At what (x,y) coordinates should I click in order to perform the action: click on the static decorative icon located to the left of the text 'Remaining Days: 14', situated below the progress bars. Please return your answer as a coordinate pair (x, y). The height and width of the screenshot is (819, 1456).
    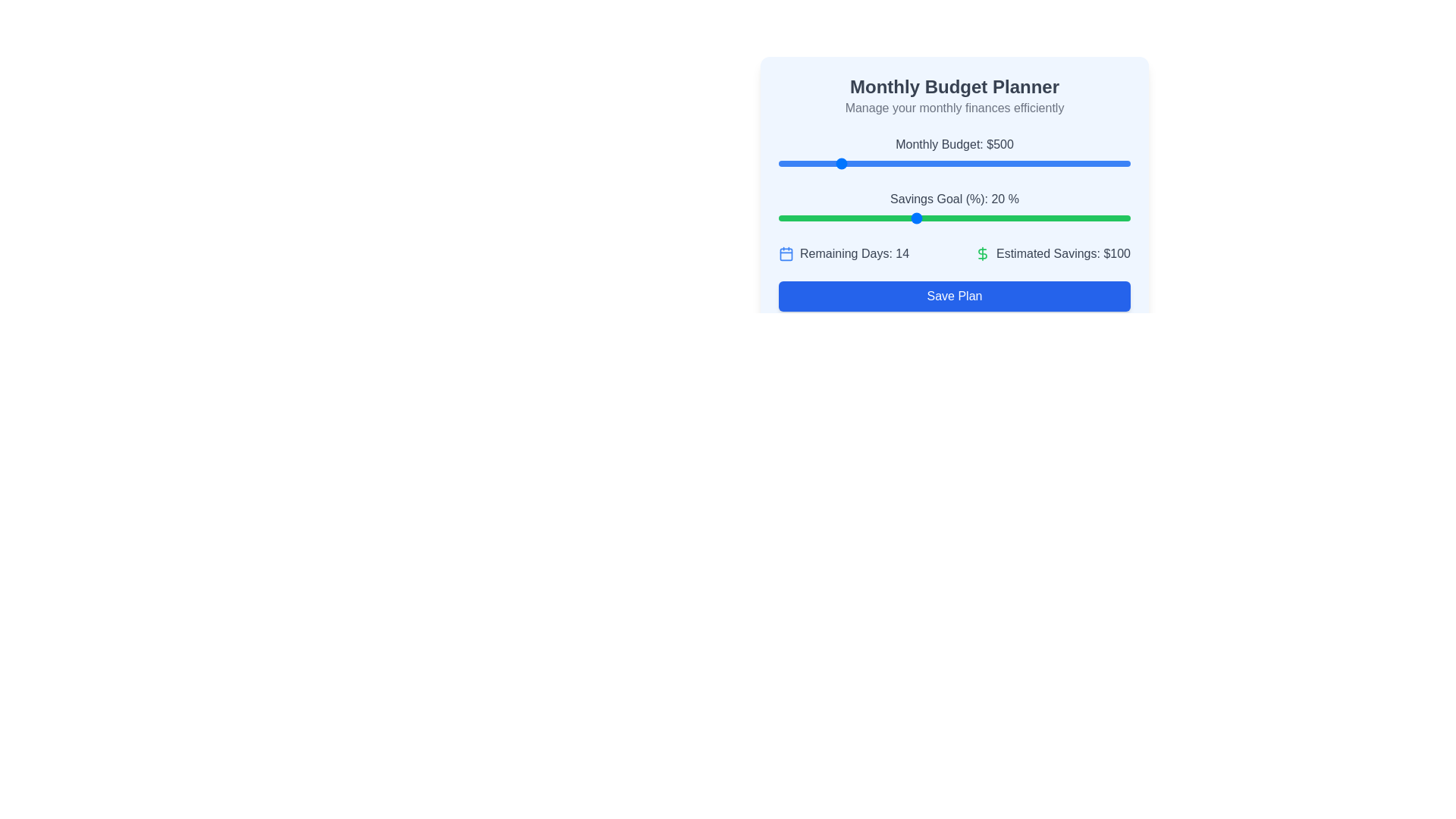
    Looking at the image, I should click on (786, 253).